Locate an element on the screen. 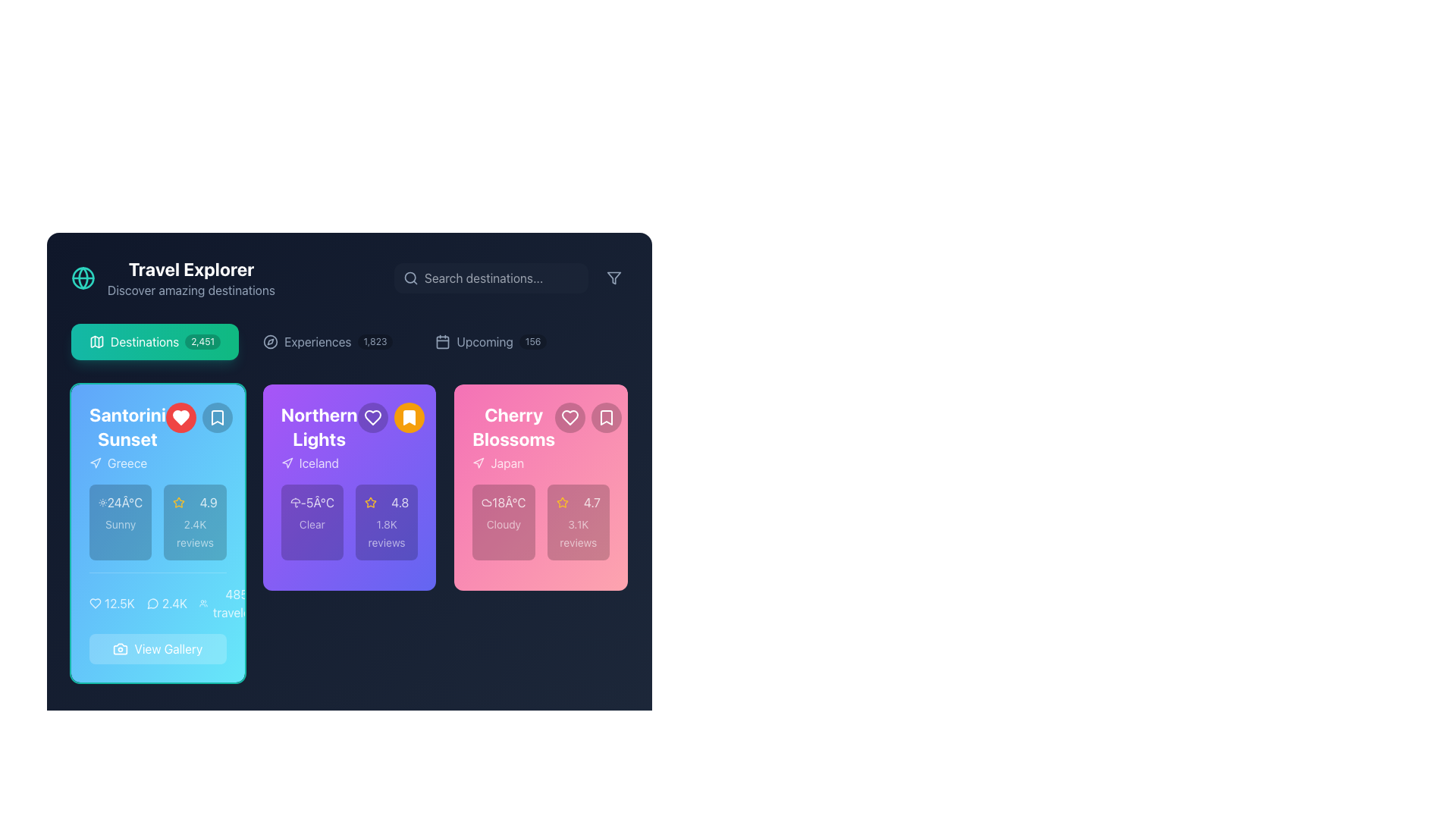  the small calendar icon in the navigation menu is located at coordinates (442, 342).